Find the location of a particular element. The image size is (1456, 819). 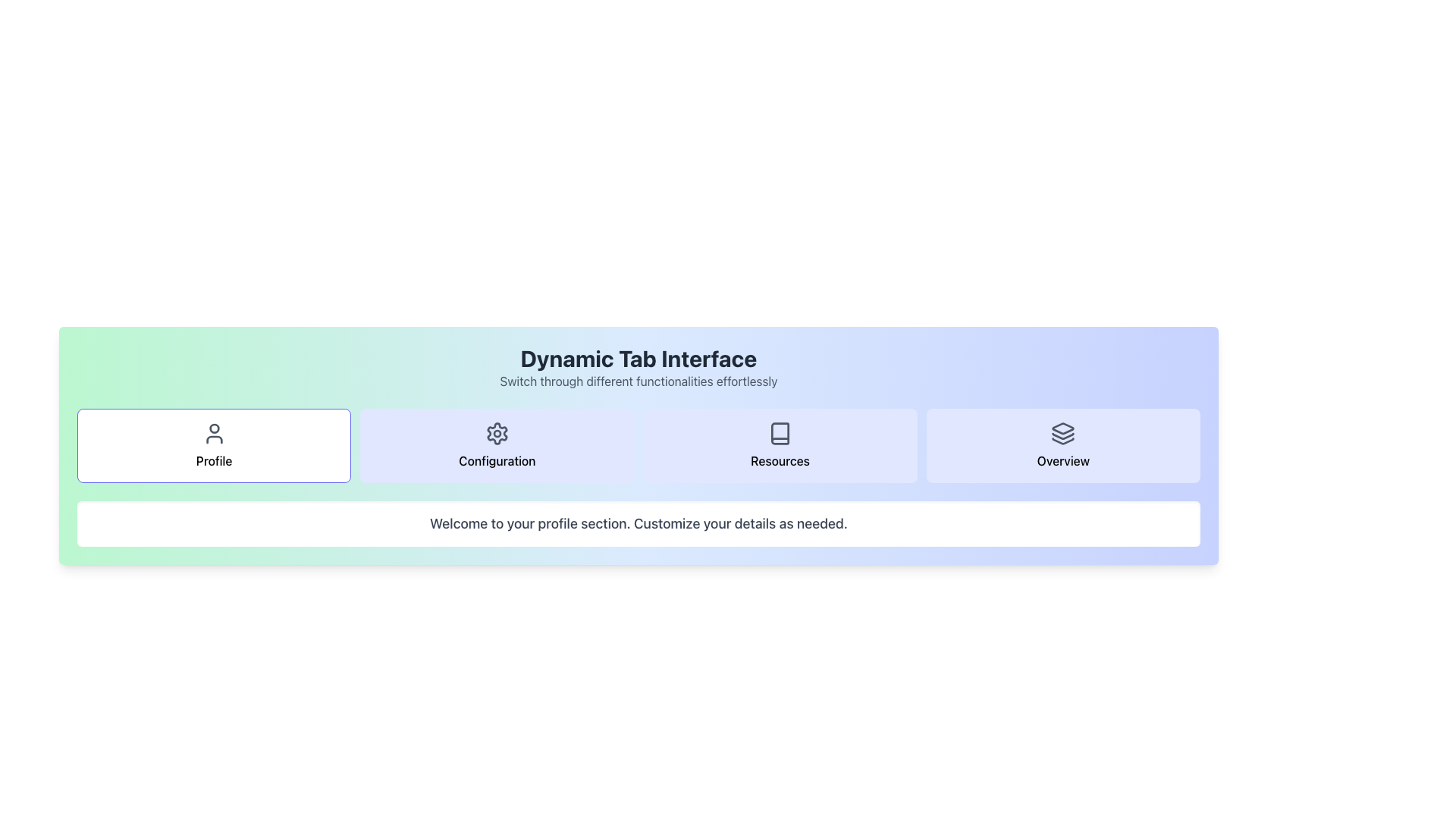

the circular graphical component located at the center of the head of the human icon within the 'Profile' tab is located at coordinates (213, 428).